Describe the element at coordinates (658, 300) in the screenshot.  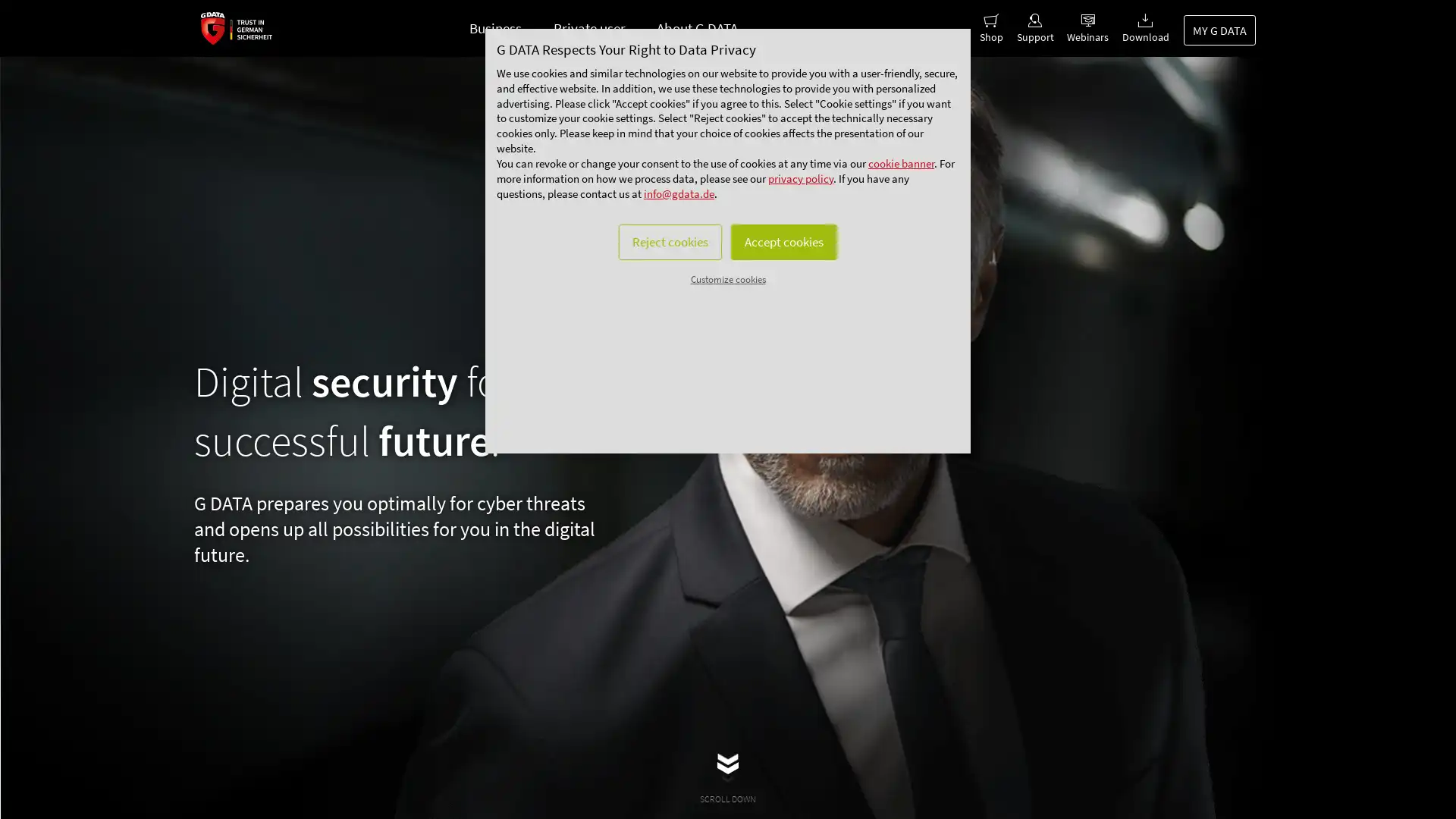
I see `Reject cookies` at that location.